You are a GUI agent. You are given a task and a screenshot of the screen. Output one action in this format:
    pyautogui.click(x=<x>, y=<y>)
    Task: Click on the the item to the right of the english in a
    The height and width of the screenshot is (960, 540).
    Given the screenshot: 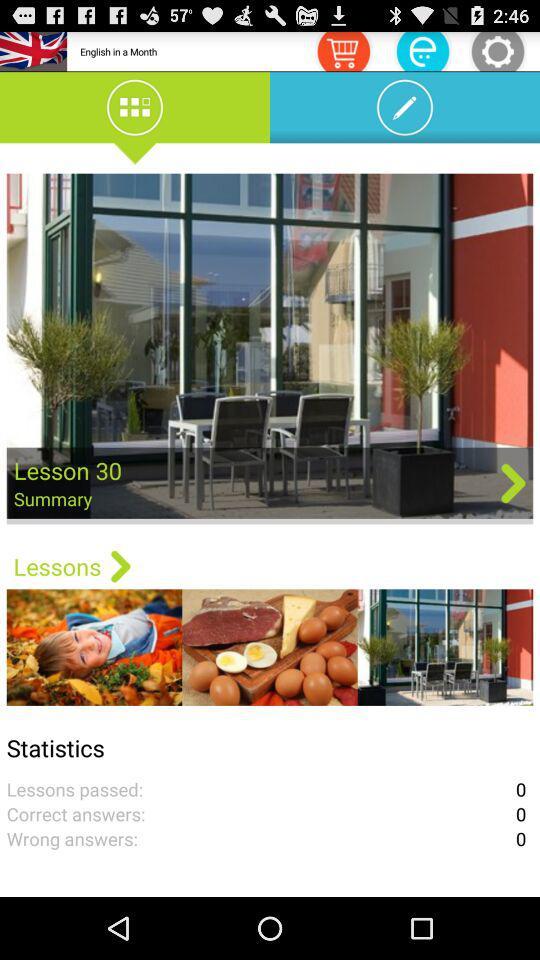 What is the action you would take?
    pyautogui.click(x=342, y=50)
    